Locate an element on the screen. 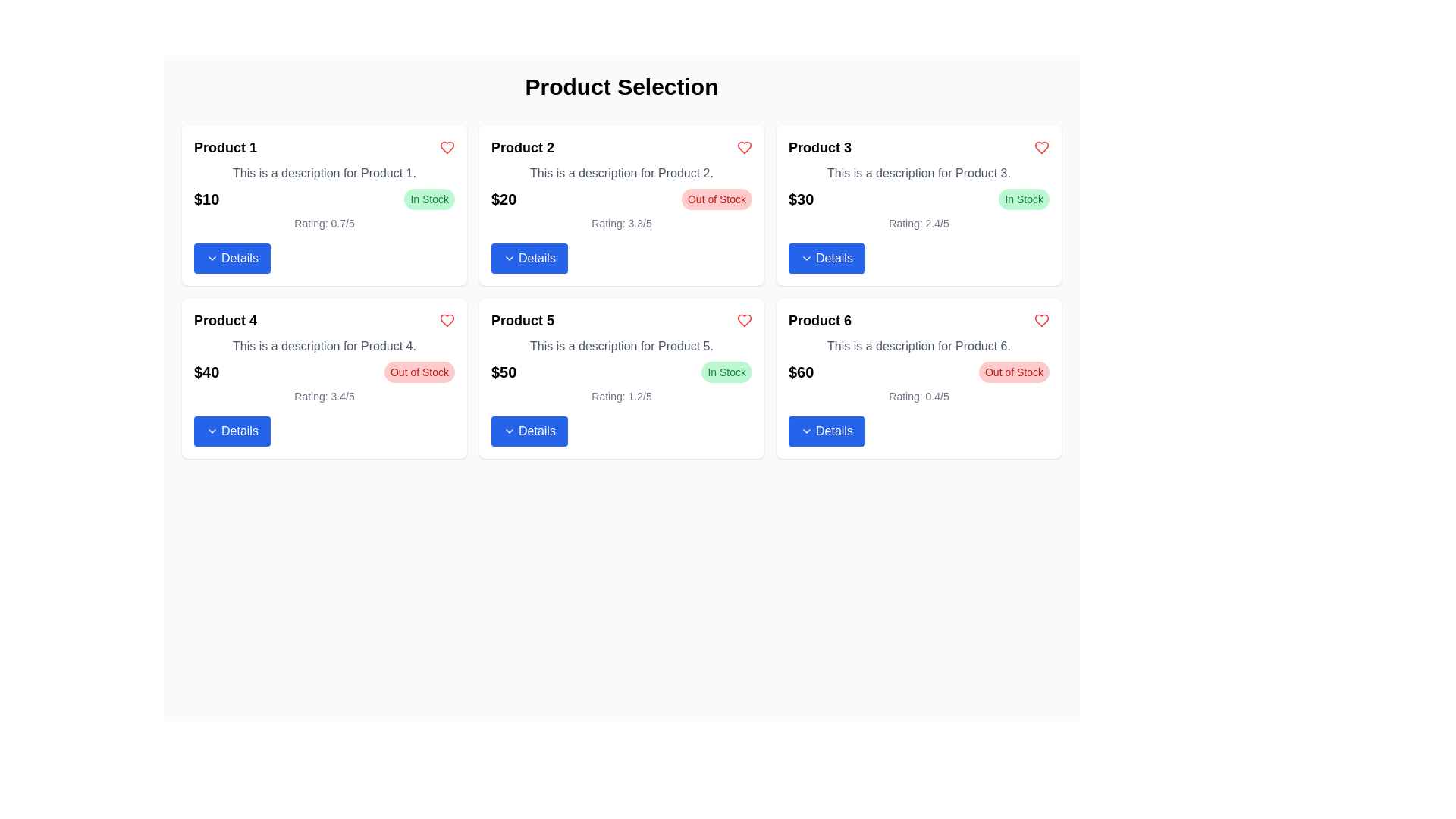 The width and height of the screenshot is (1456, 819). the heart-shaped 'like' icon located at the top-right corner of the 'Product 6' card using a keyboard shortcut is located at coordinates (1040, 320).